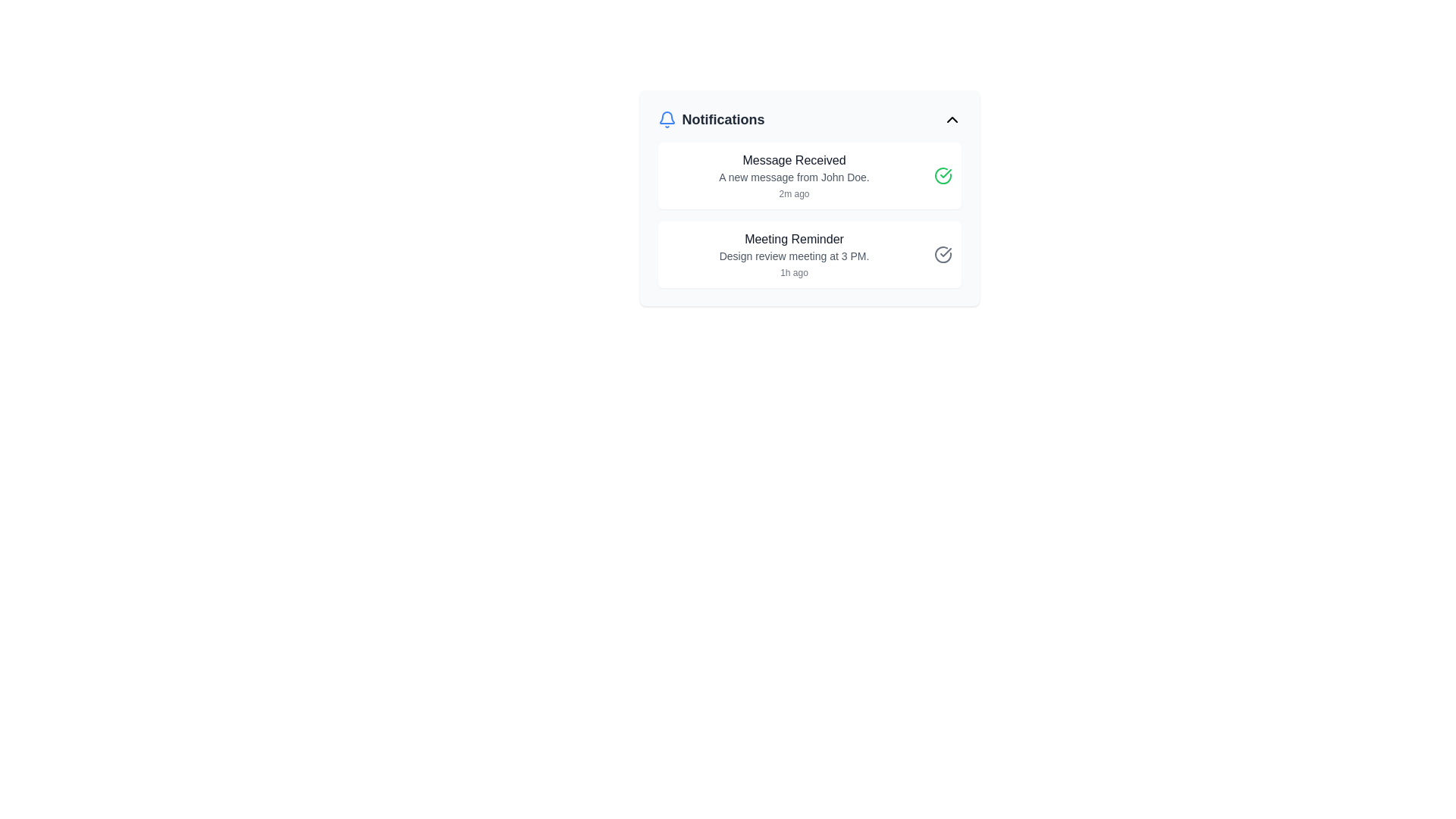 The height and width of the screenshot is (819, 1456). Describe the element at coordinates (793, 256) in the screenshot. I see `the text label that reads 'Design review meeting at 3 PM.' located in the Meeting Reminder section of the Notifications panel` at that location.